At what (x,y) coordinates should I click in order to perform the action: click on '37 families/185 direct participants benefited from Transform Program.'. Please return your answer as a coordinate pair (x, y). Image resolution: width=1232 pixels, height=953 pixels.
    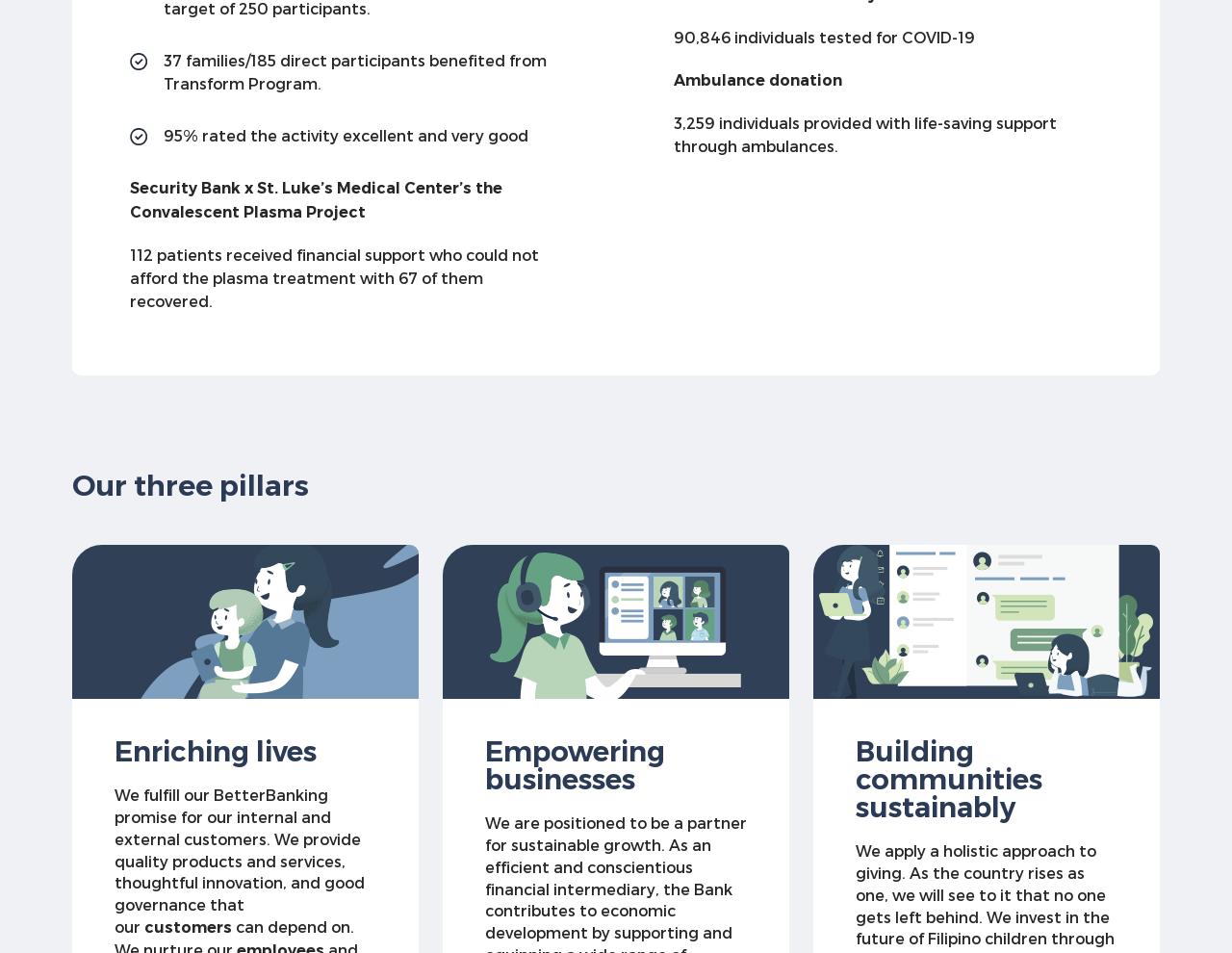
    Looking at the image, I should click on (355, 71).